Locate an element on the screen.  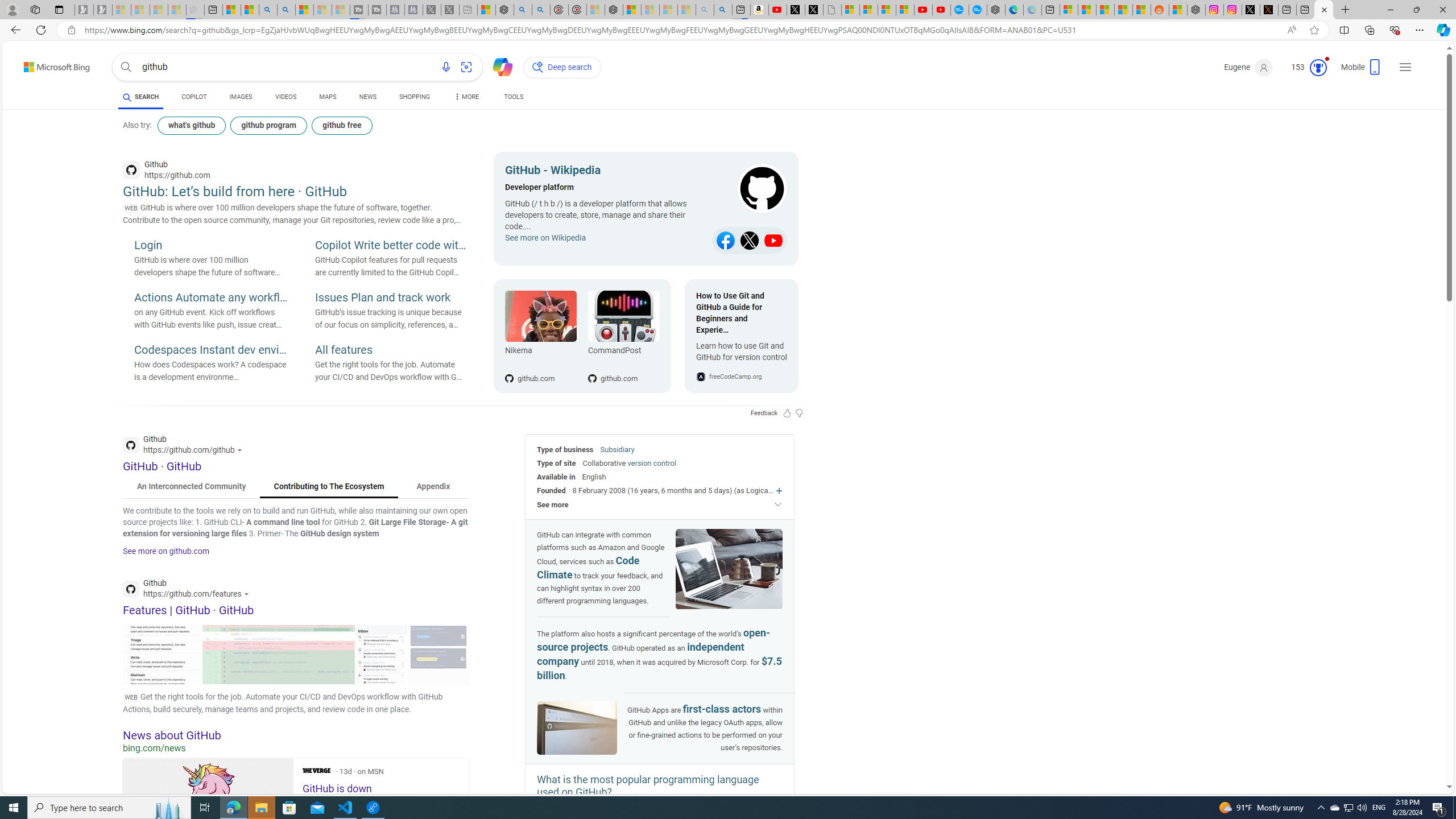
'Login' is located at coordinates (210, 246).